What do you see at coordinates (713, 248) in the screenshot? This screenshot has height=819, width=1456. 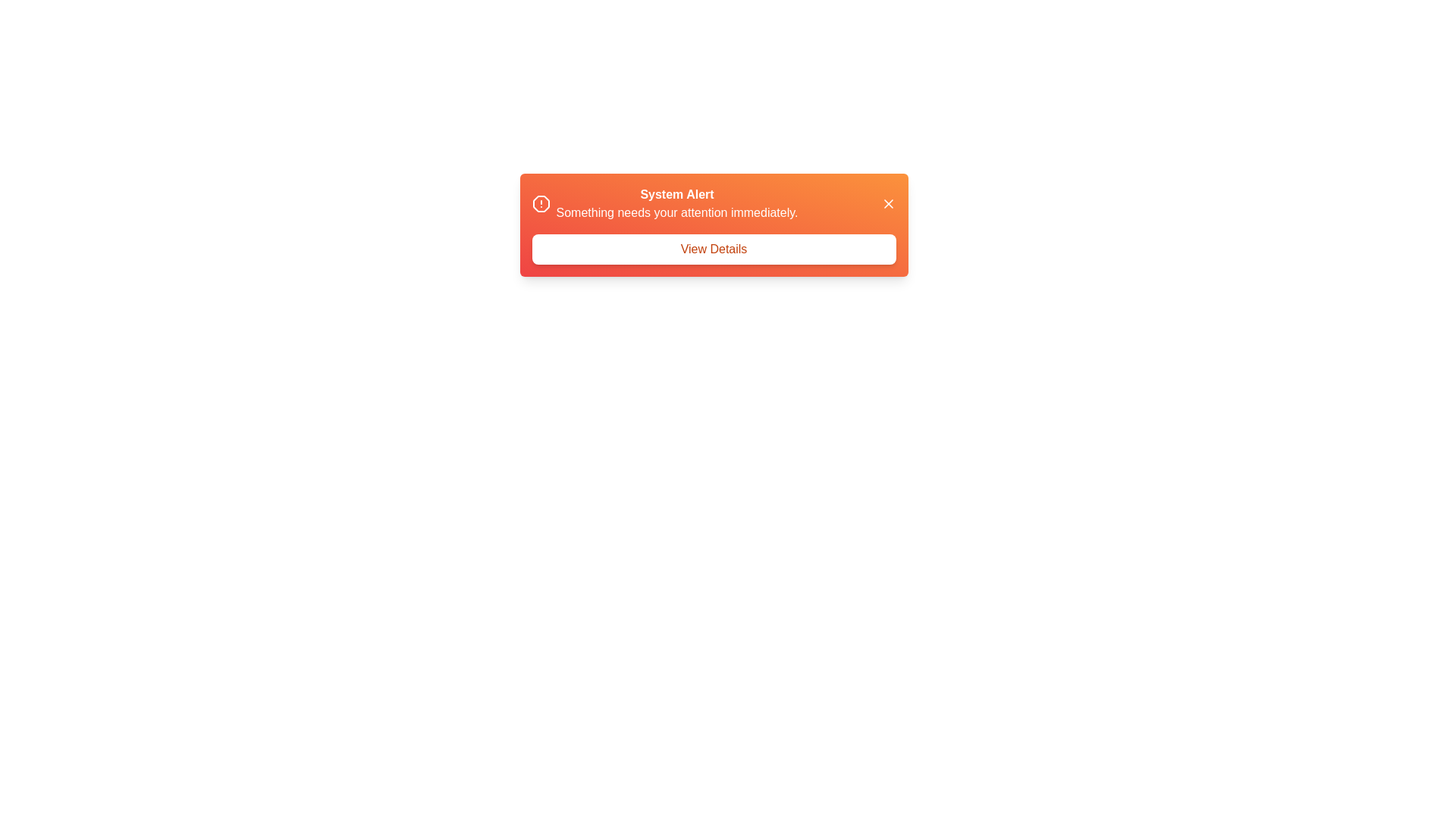 I see `the button intended for viewing more details about the alert to observe a background color change` at bounding box center [713, 248].